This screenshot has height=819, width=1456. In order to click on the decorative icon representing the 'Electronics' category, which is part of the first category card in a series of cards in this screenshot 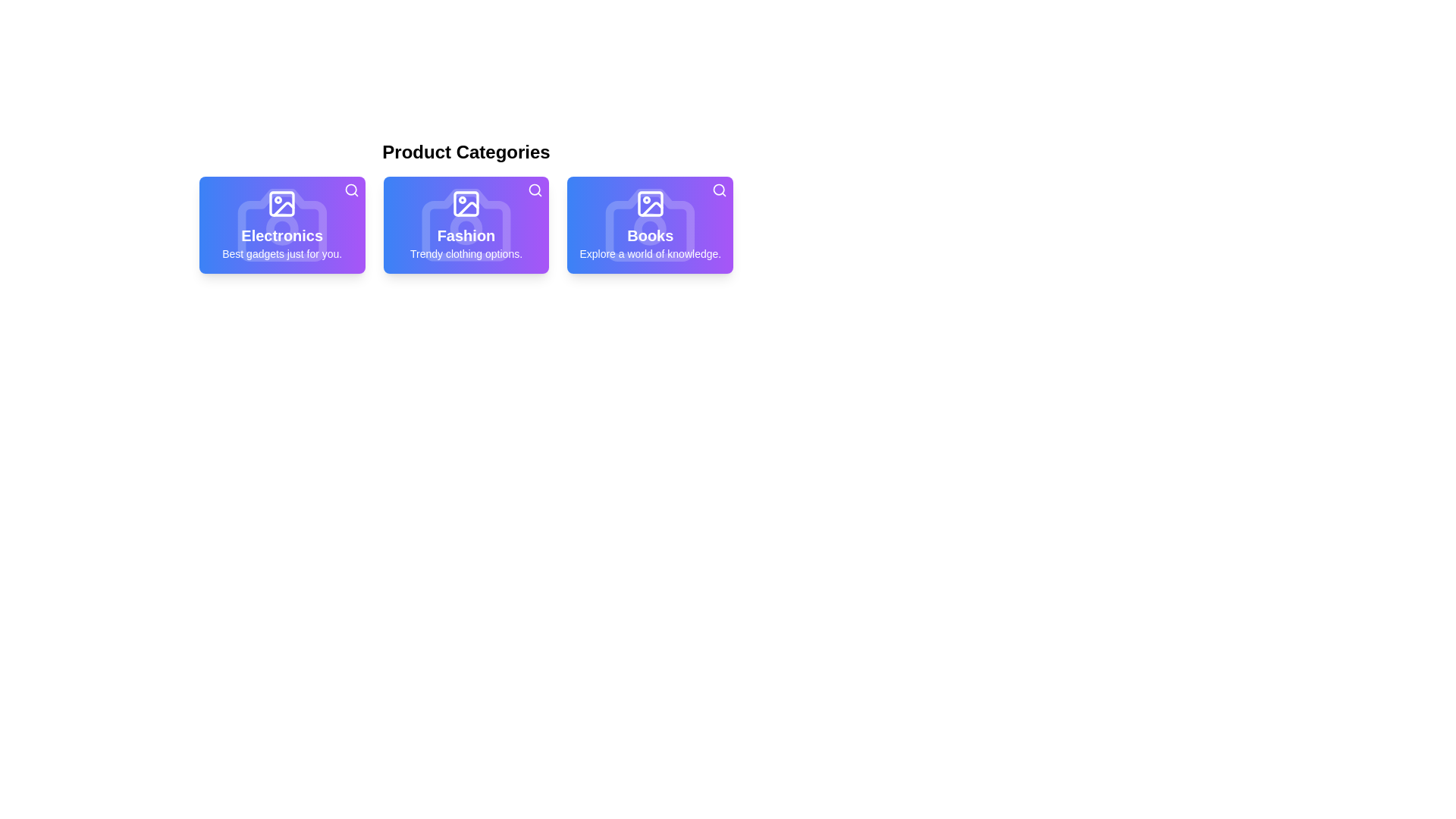, I will do `click(282, 225)`.